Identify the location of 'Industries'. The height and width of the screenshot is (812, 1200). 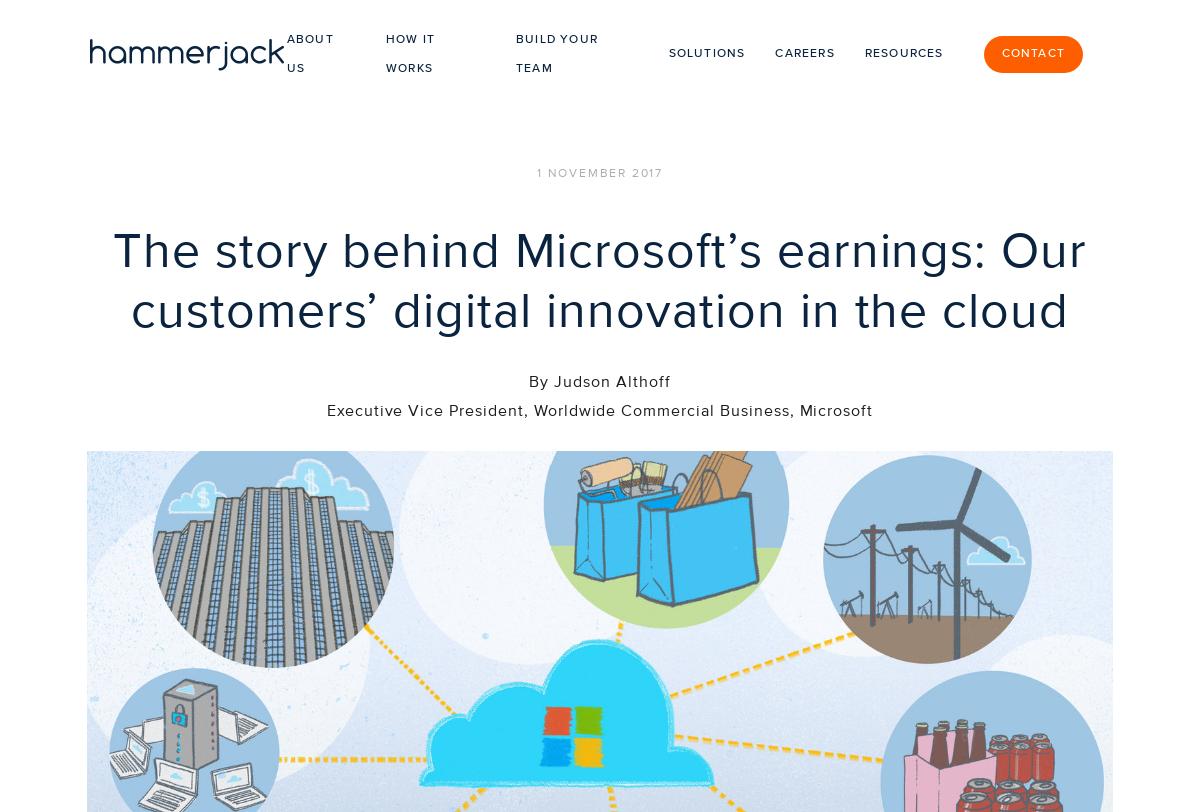
(785, 742).